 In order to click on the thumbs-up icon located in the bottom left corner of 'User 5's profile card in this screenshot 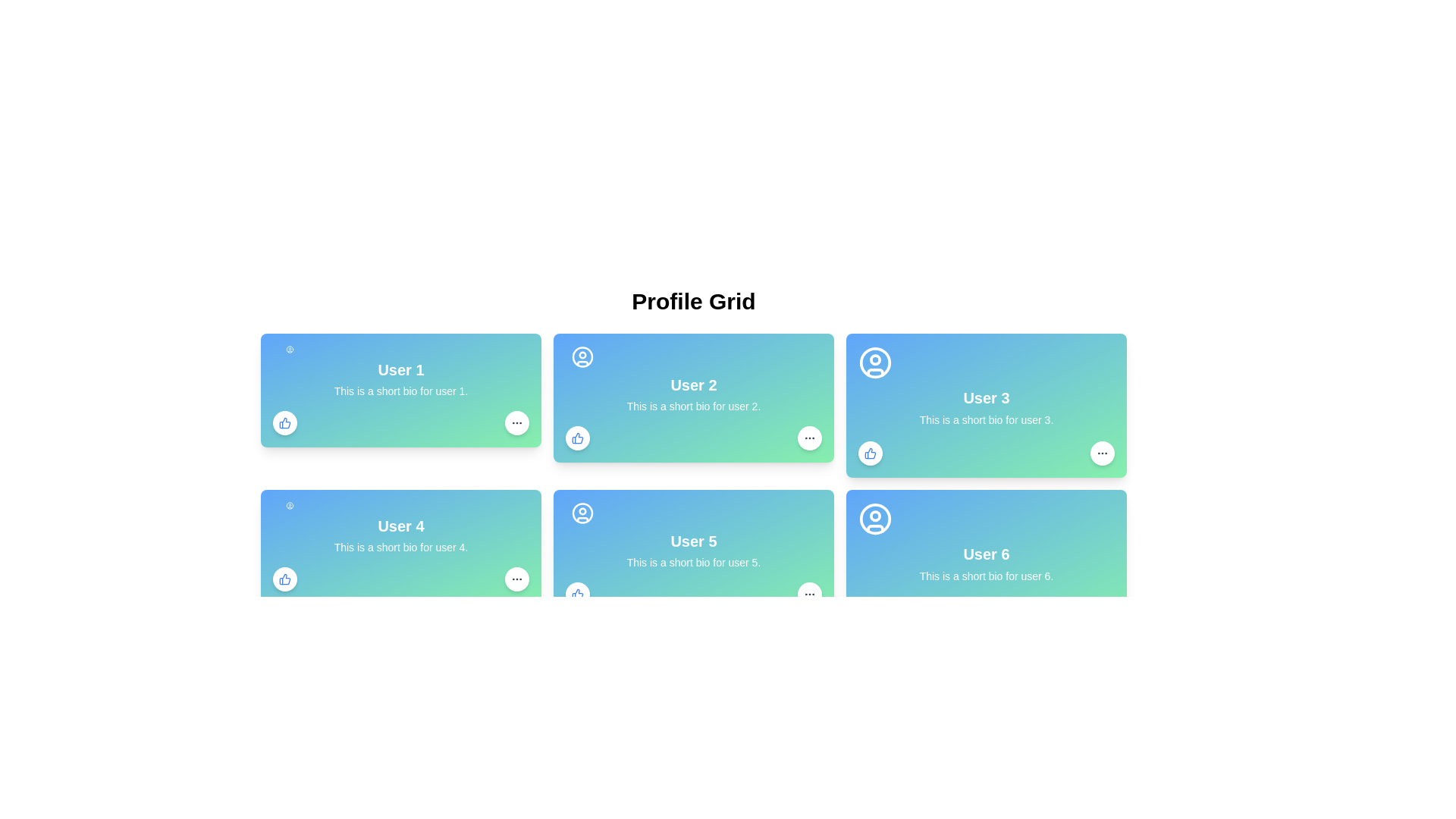, I will do `click(576, 593)`.